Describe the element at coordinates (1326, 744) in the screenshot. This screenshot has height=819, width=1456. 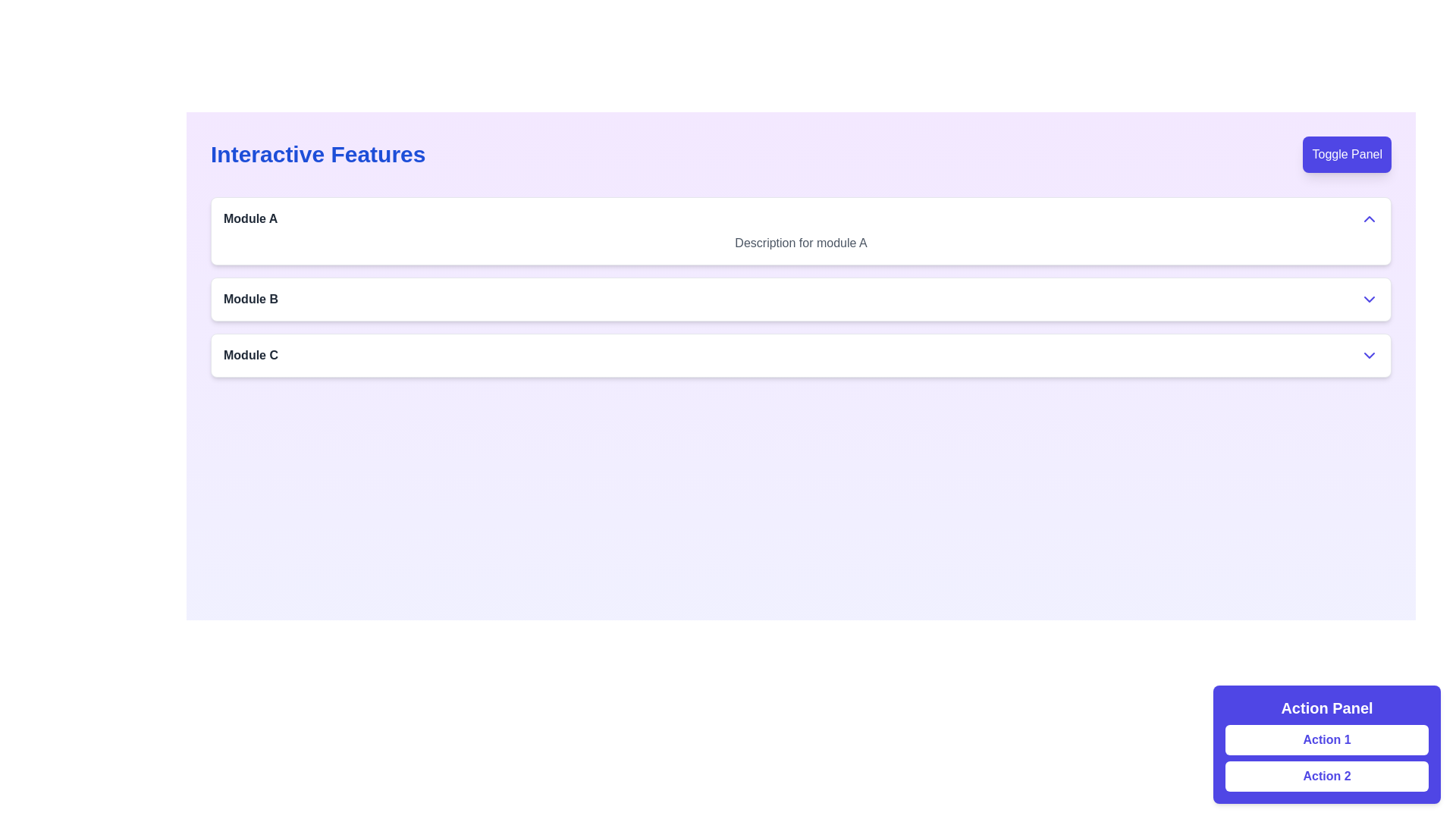
I see `keyboard navigation` at that location.